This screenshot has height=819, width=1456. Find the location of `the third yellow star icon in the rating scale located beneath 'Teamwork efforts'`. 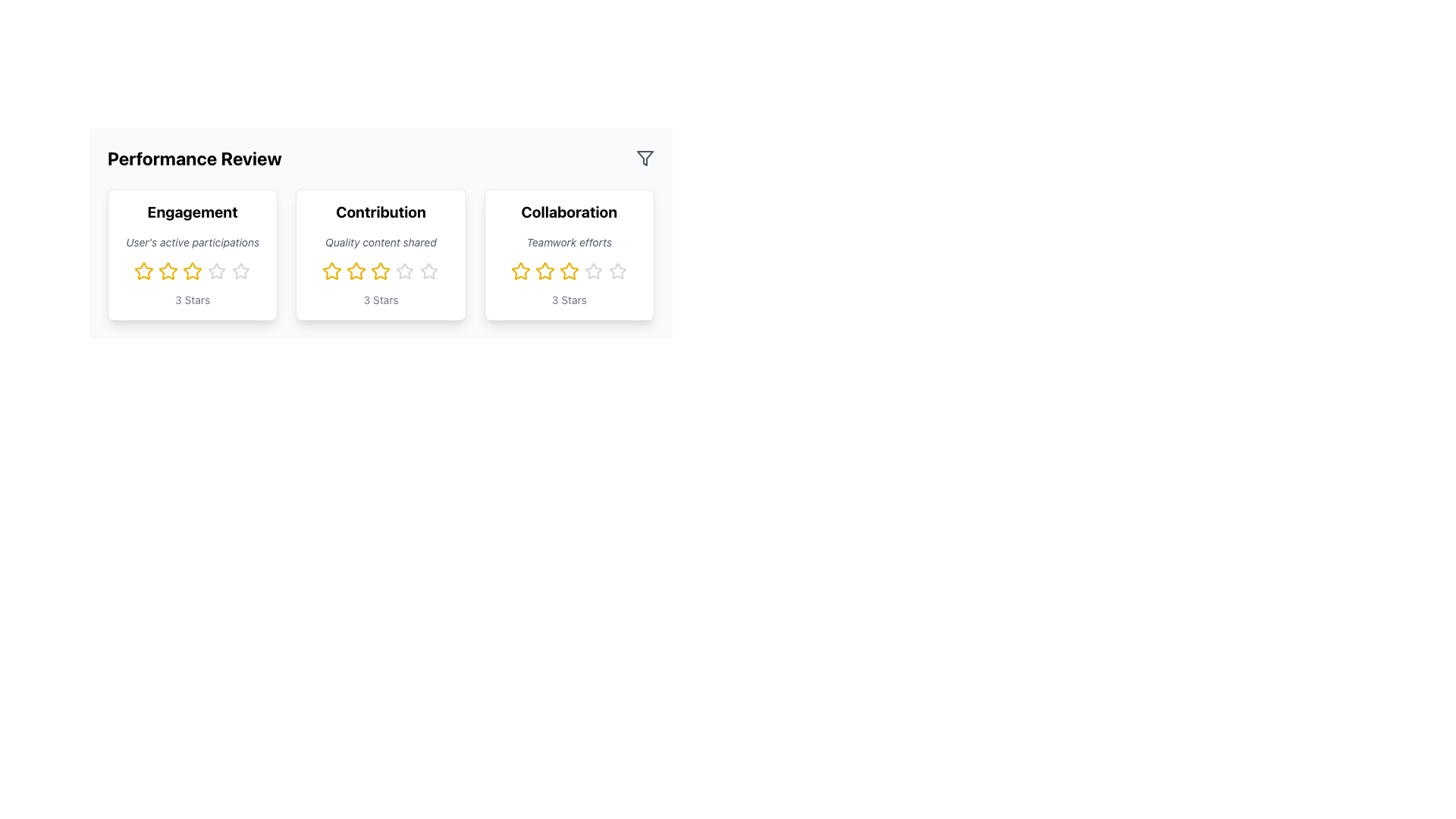

the third yellow star icon in the rating scale located beneath 'Teamwork efforts' is located at coordinates (544, 271).